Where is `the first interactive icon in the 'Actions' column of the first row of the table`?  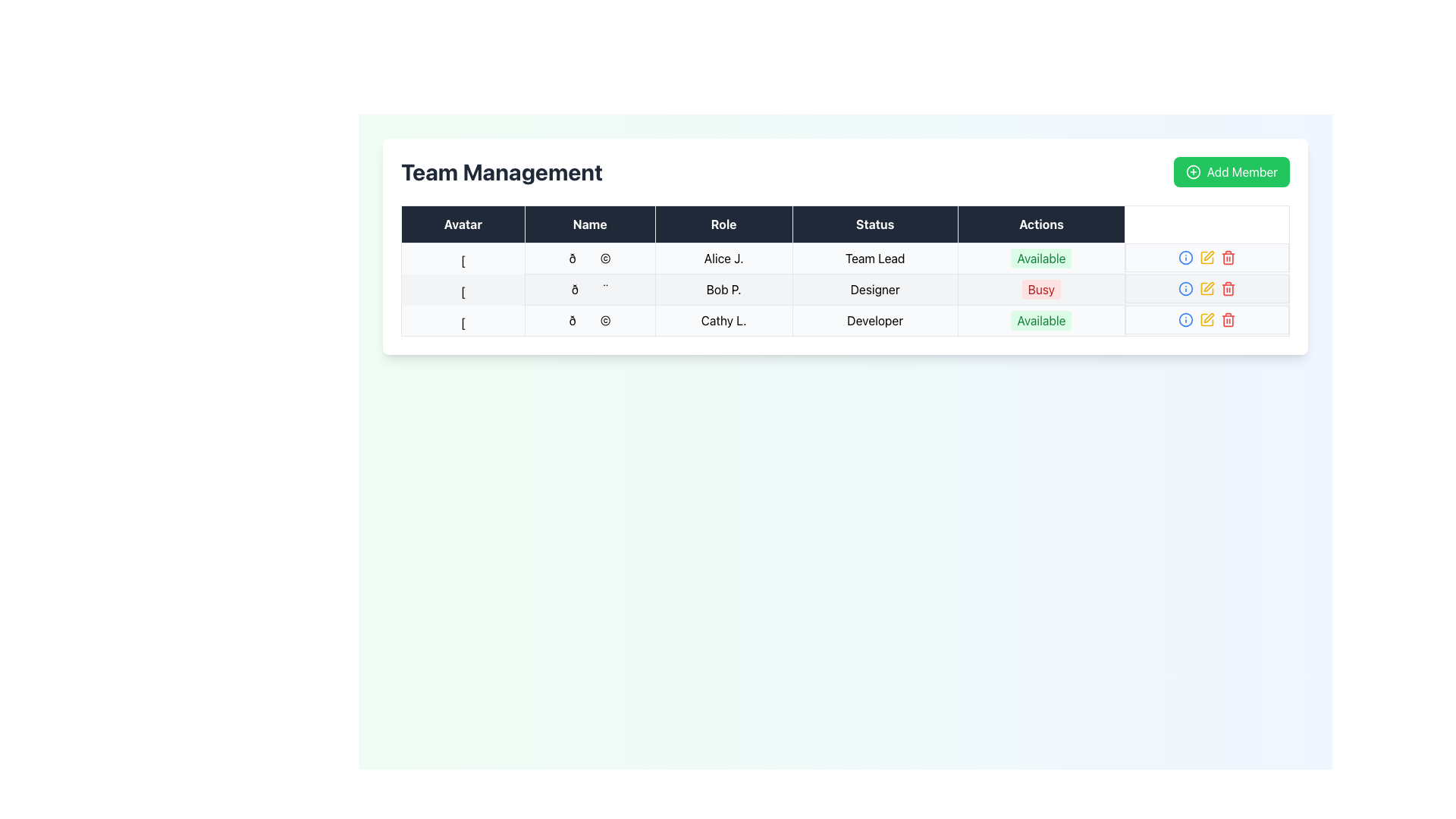 the first interactive icon in the 'Actions' column of the first row of the table is located at coordinates (1185, 318).